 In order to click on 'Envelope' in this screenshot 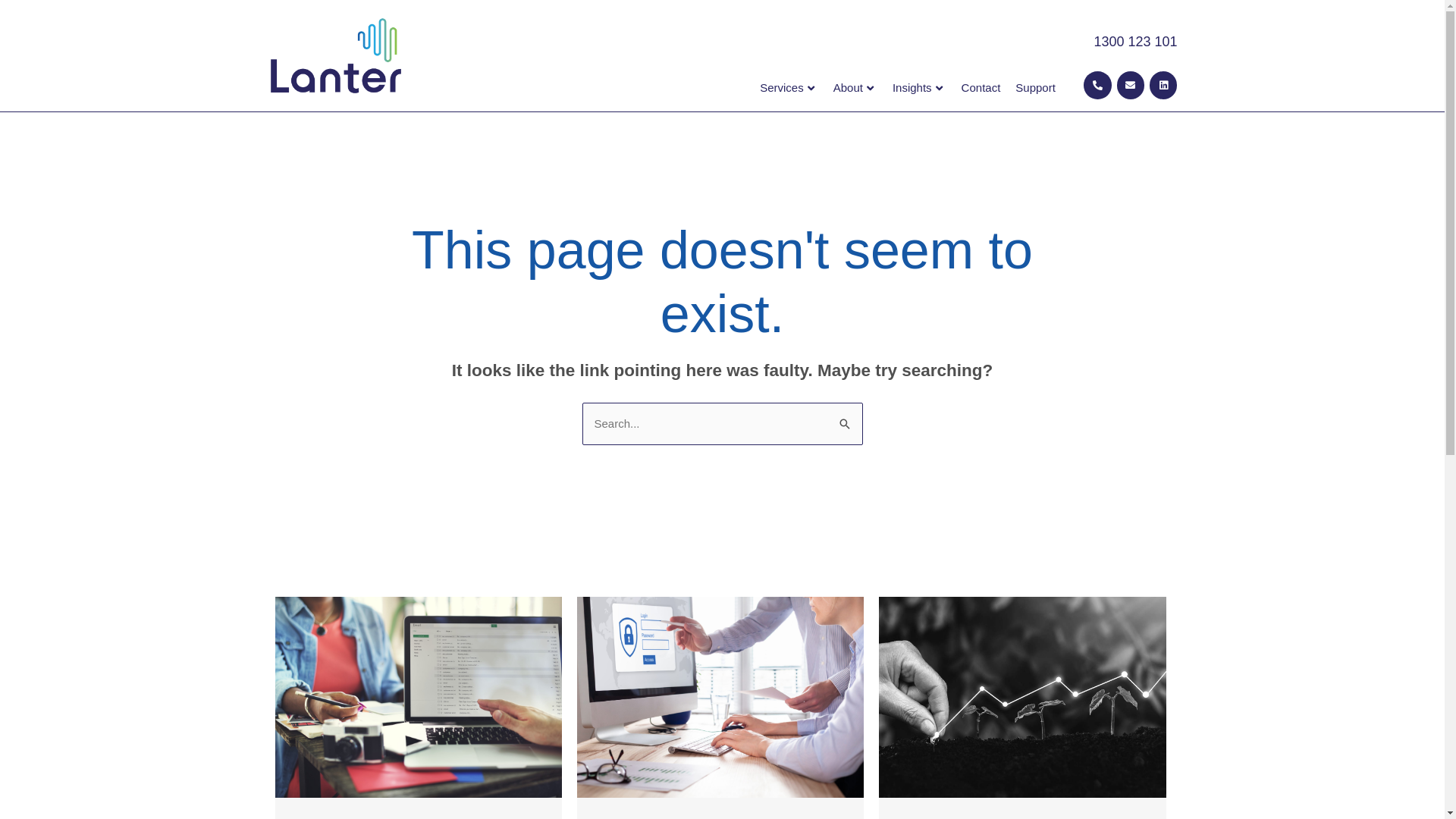, I will do `click(1117, 84)`.